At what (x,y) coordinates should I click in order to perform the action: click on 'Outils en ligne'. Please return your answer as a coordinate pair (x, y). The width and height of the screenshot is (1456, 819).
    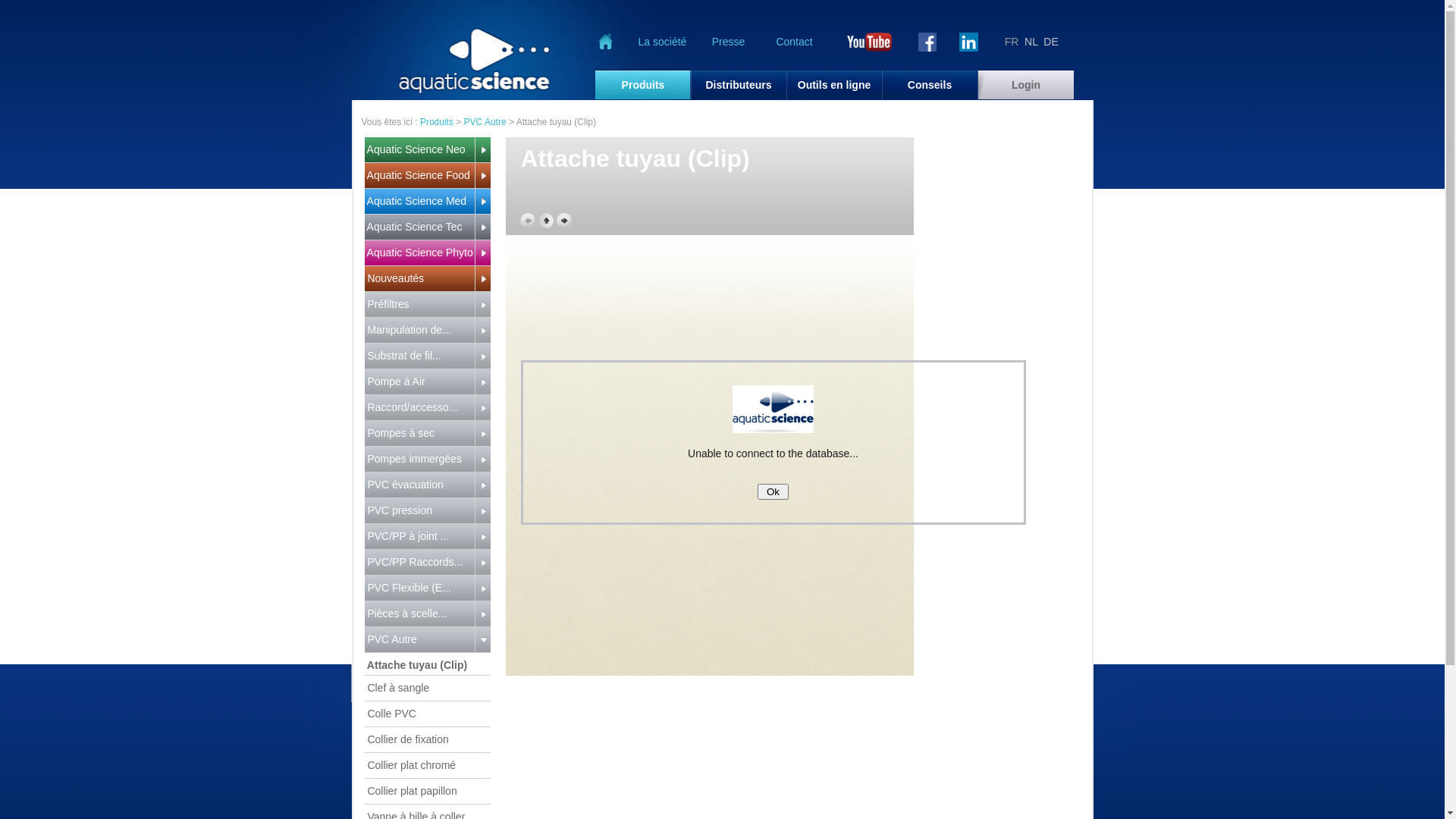
    Looking at the image, I should click on (833, 84).